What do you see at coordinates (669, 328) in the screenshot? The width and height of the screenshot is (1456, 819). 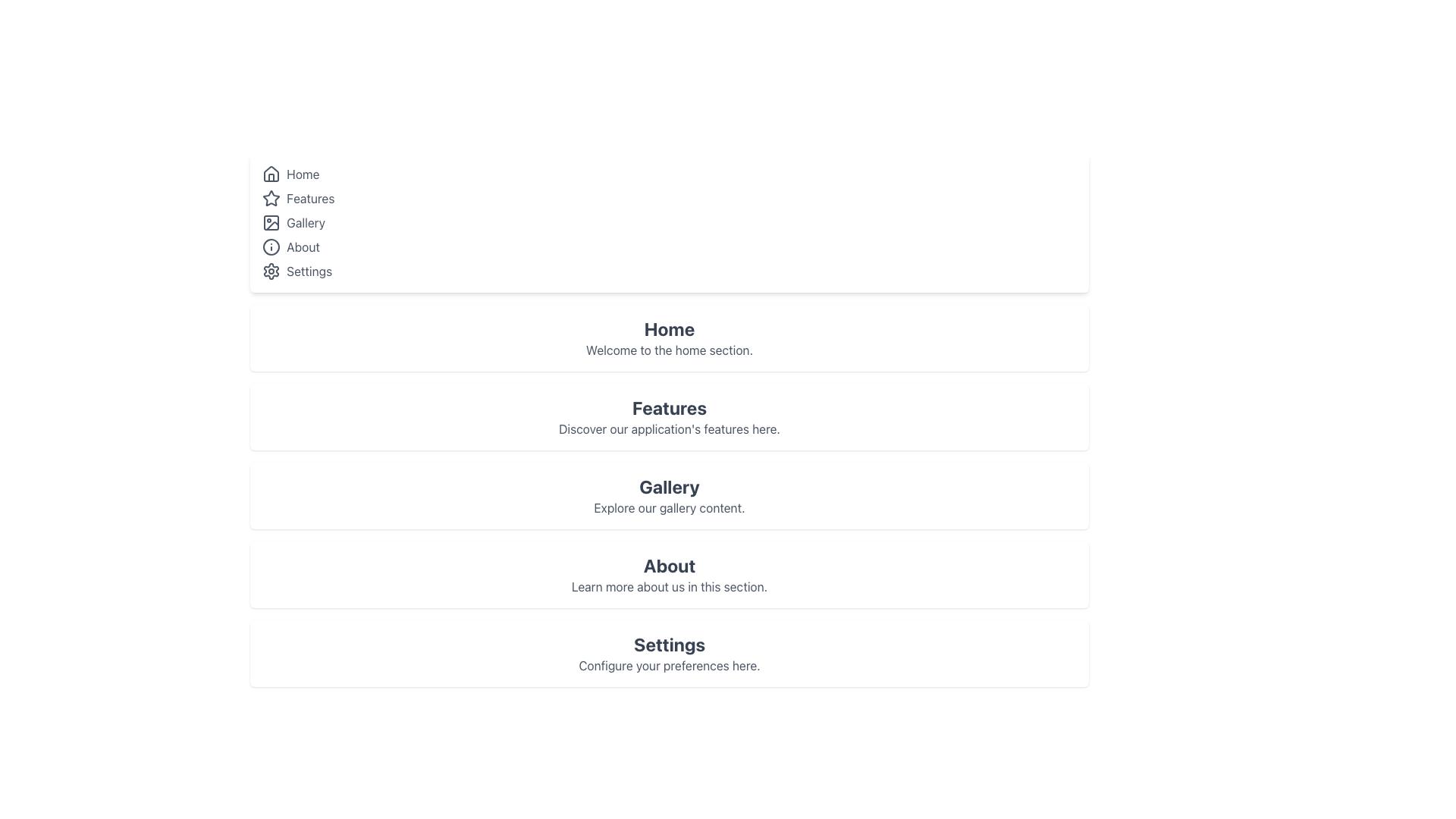 I see `the 'Home' static text header, which is prominently displayed in large, bold dark gray font above the smaller text 'Welcome to the home section'` at bounding box center [669, 328].